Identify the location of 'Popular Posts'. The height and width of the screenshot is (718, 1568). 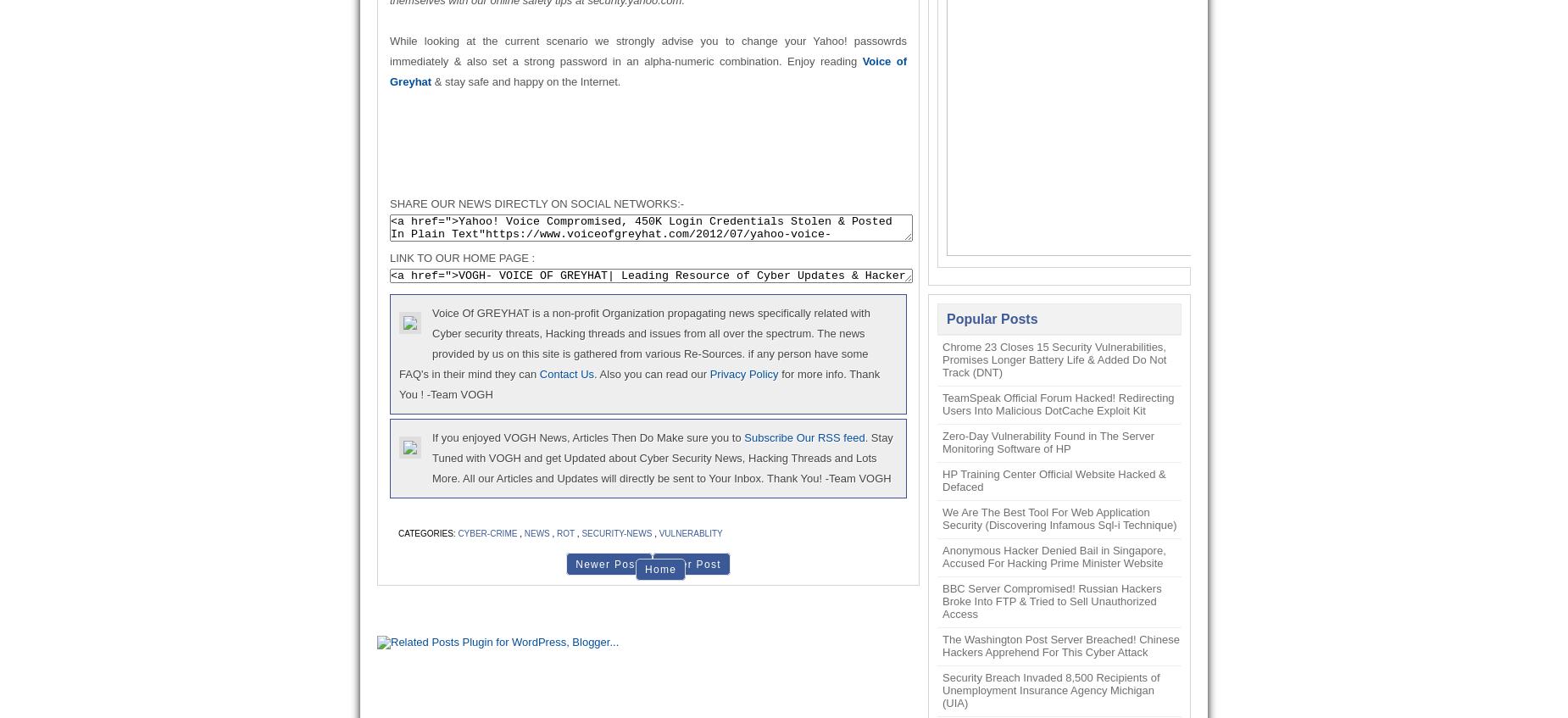
(946, 318).